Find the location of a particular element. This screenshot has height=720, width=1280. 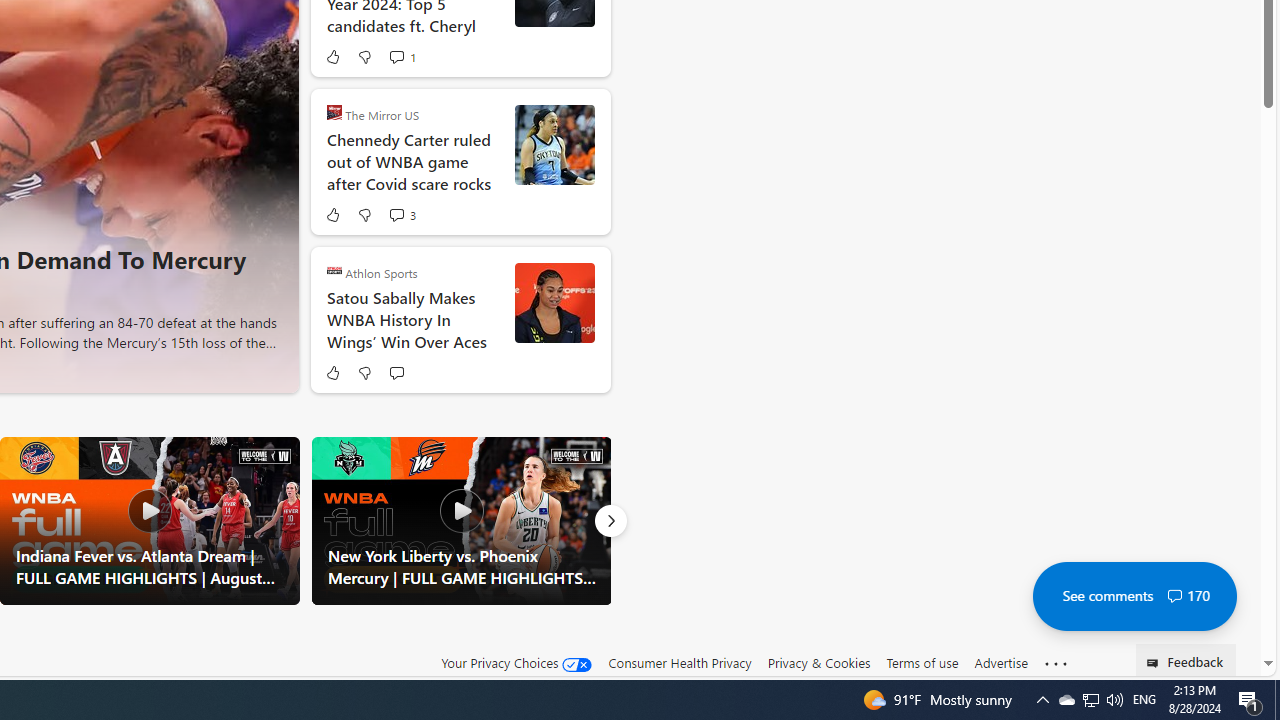

'Your Privacy Choices' is located at coordinates (517, 663).